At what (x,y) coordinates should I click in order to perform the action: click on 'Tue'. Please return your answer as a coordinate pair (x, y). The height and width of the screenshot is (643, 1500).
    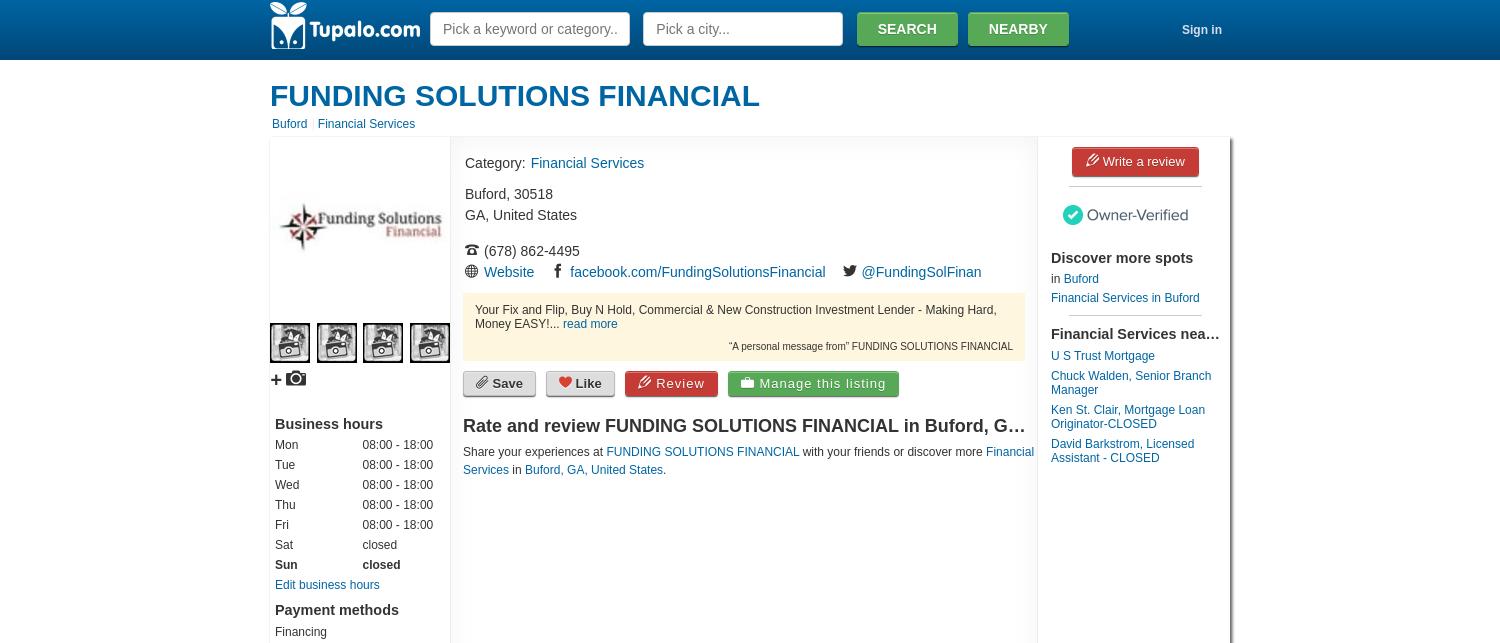
    Looking at the image, I should click on (274, 464).